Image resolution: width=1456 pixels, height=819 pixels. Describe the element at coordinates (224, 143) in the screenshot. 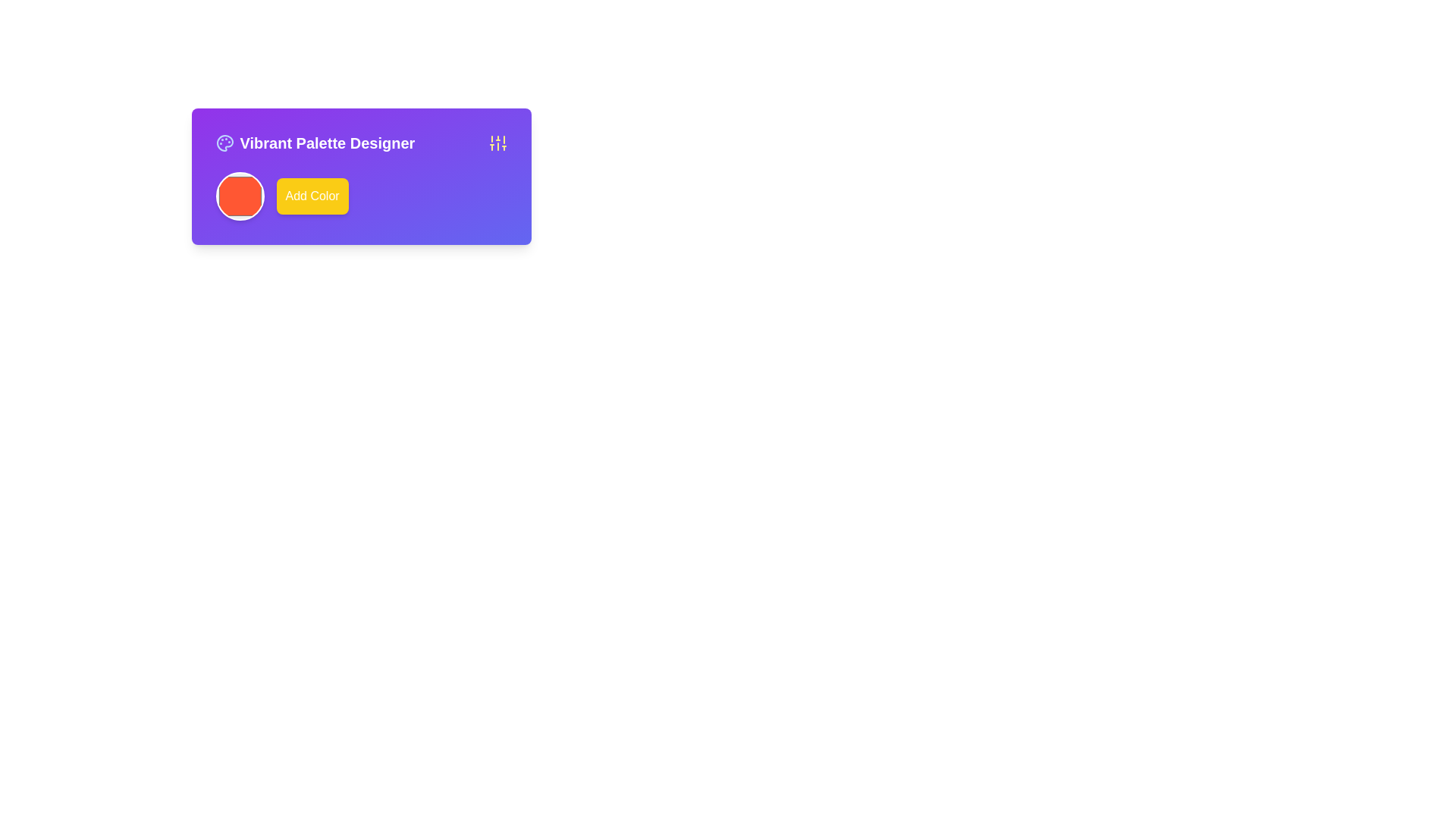

I see `the decorative icon positioned to the left of the title 'Vibrant Palette Designer' in the header section, which visually represents the theme of color design` at that location.